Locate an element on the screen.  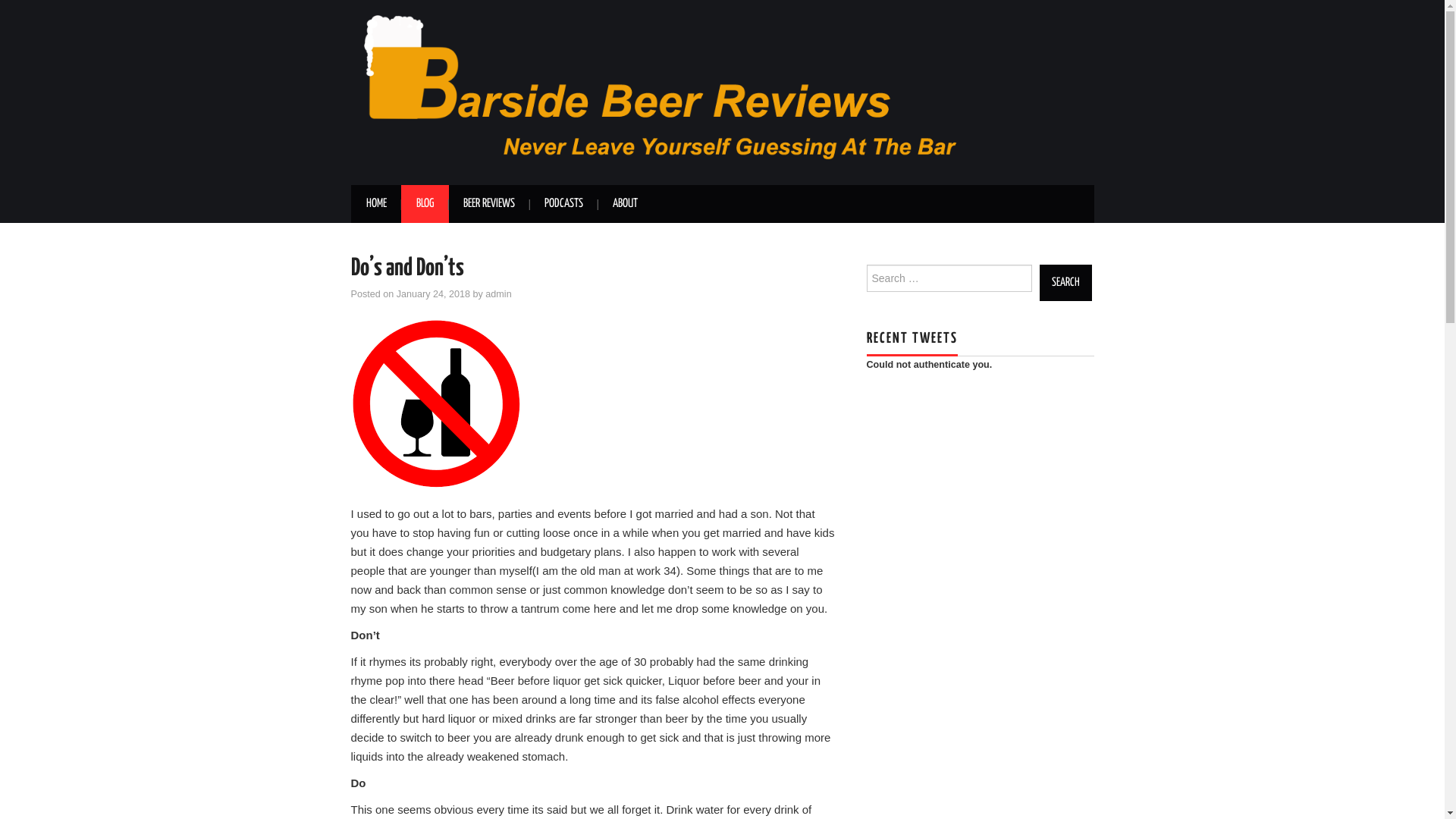
'Search for:' is located at coordinates (948, 278).